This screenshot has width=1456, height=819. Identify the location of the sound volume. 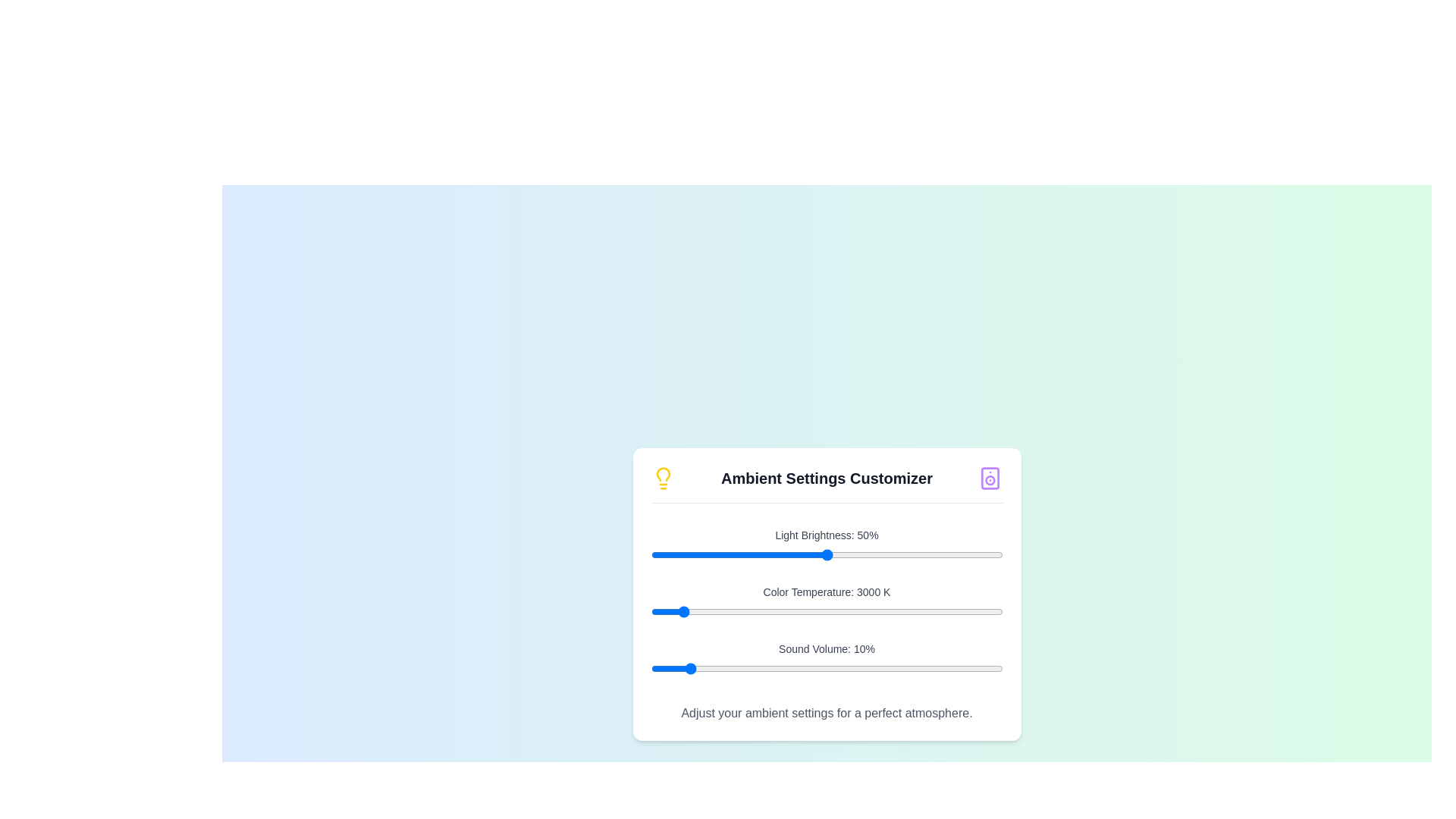
(692, 668).